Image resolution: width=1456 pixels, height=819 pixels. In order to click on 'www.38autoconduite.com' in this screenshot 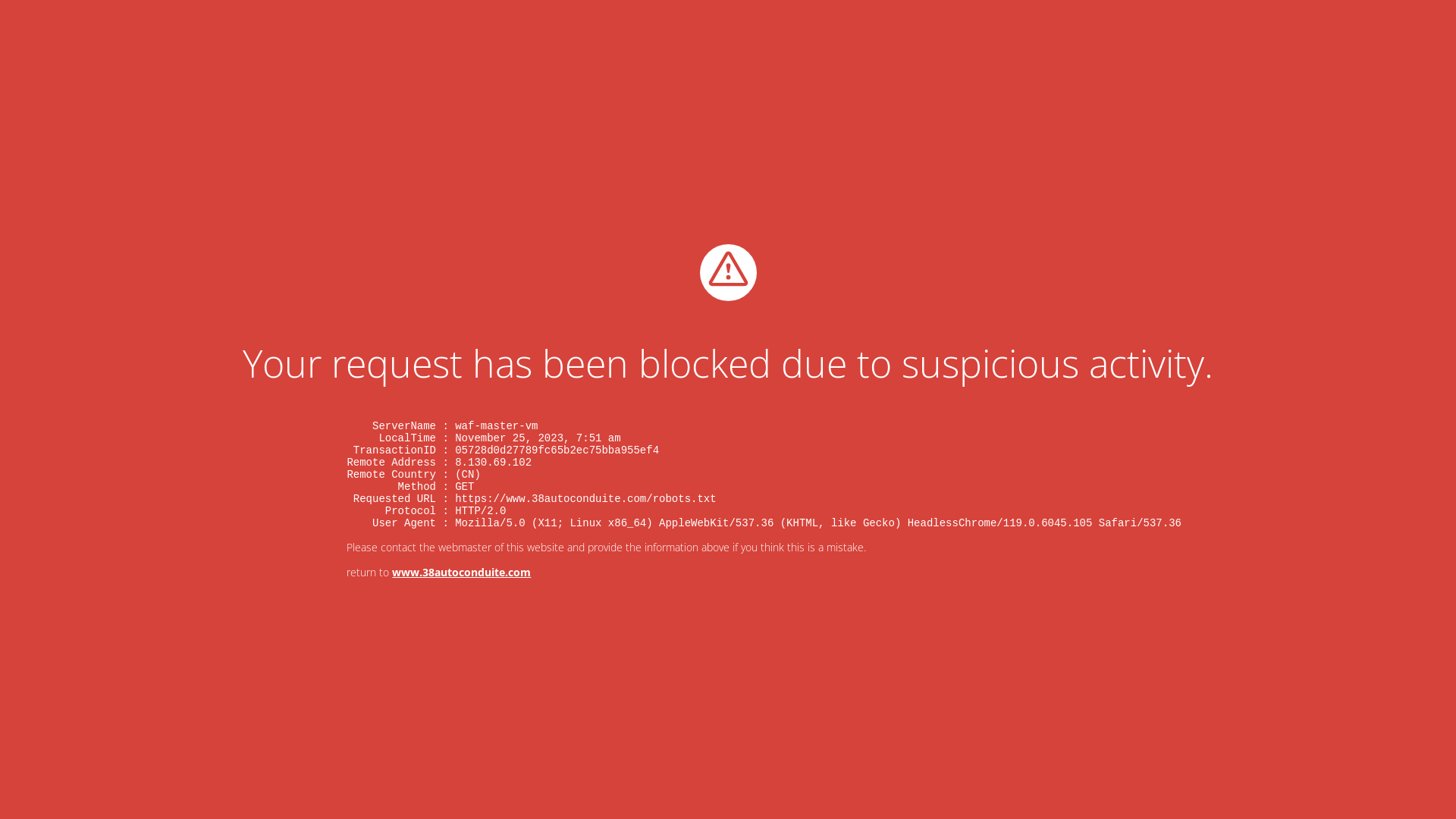, I will do `click(392, 572)`.